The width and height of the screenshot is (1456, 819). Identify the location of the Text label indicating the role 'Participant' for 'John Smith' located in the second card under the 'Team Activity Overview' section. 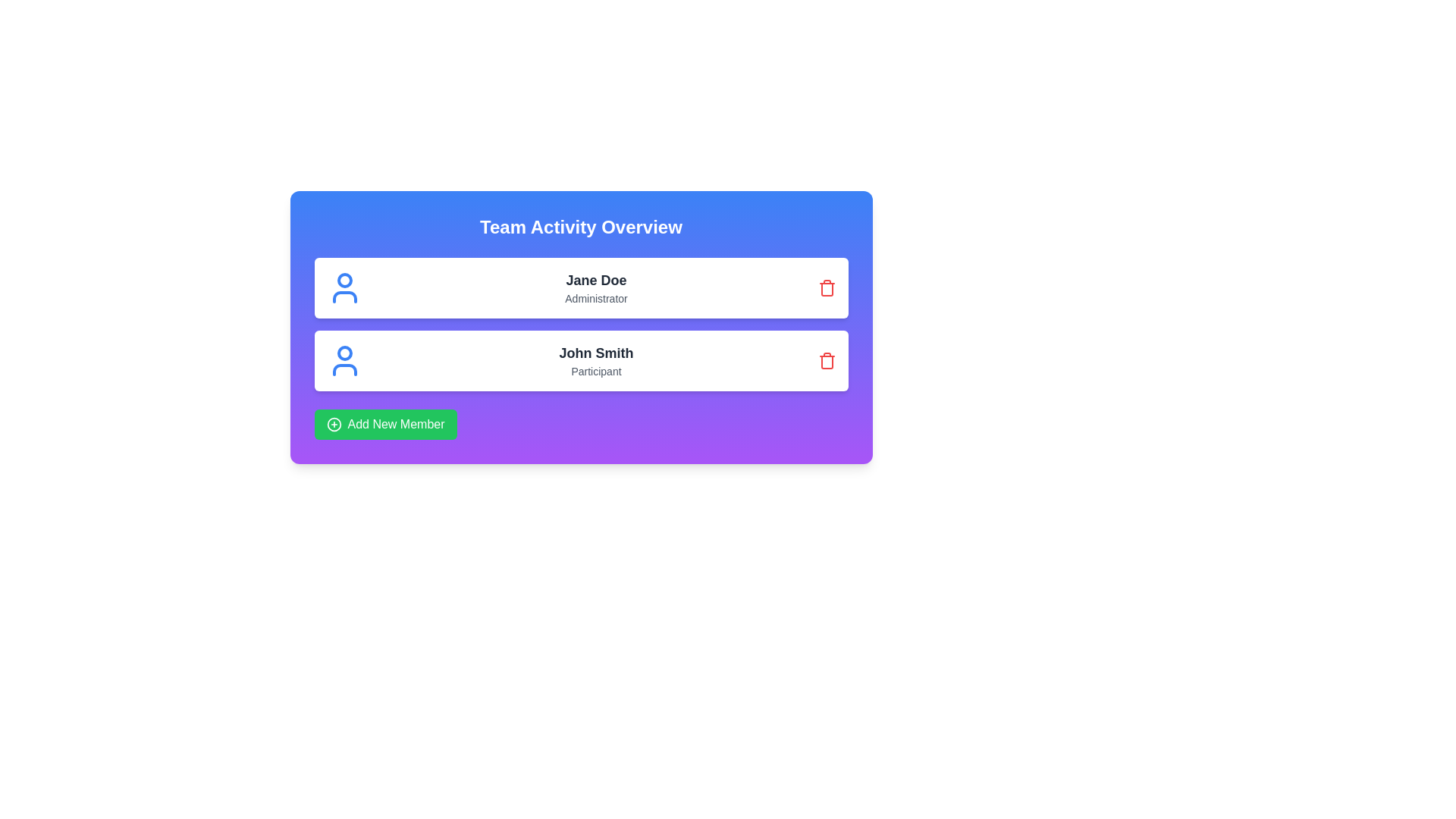
(595, 371).